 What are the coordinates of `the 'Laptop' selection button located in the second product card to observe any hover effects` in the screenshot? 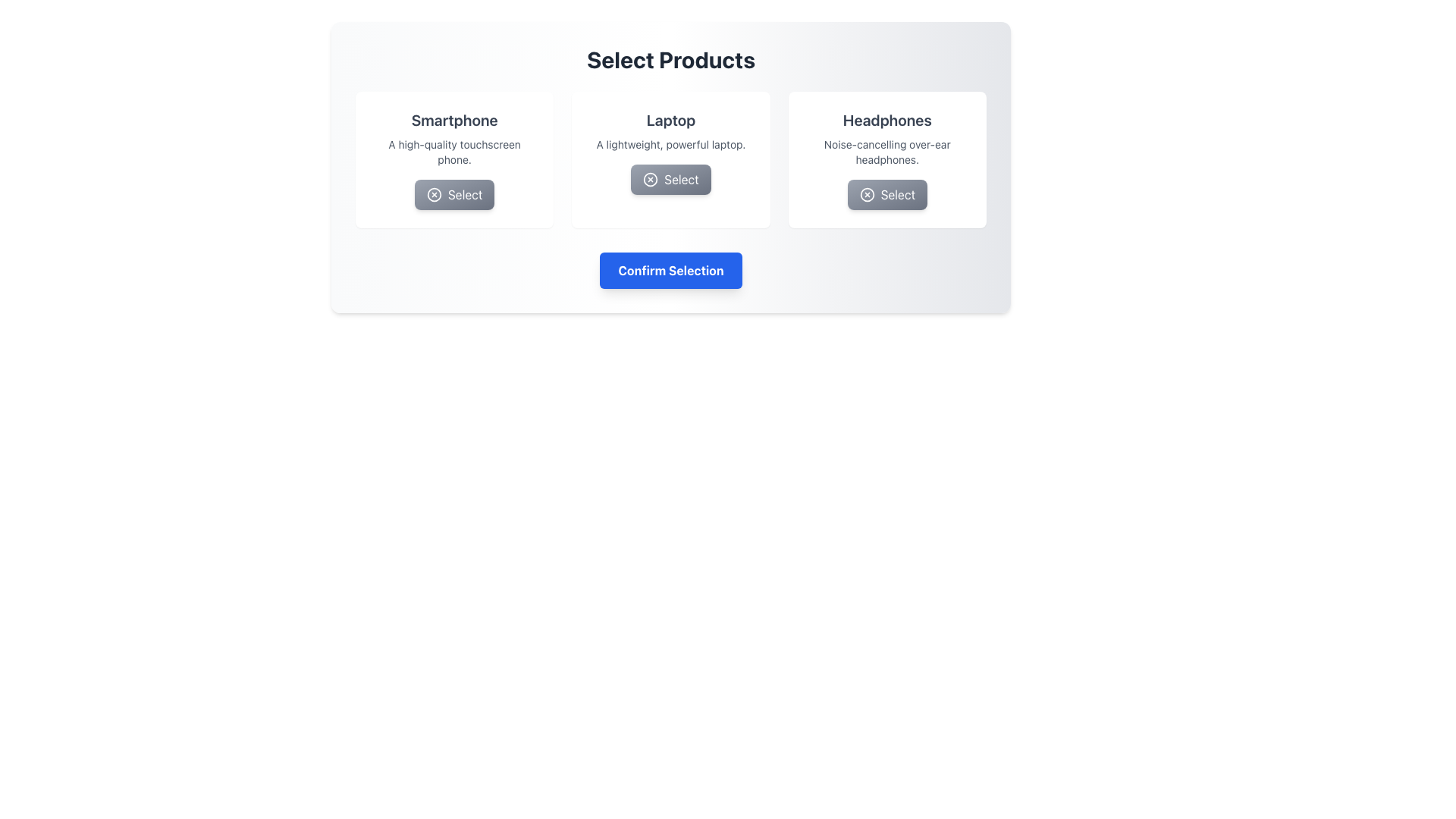 It's located at (670, 178).